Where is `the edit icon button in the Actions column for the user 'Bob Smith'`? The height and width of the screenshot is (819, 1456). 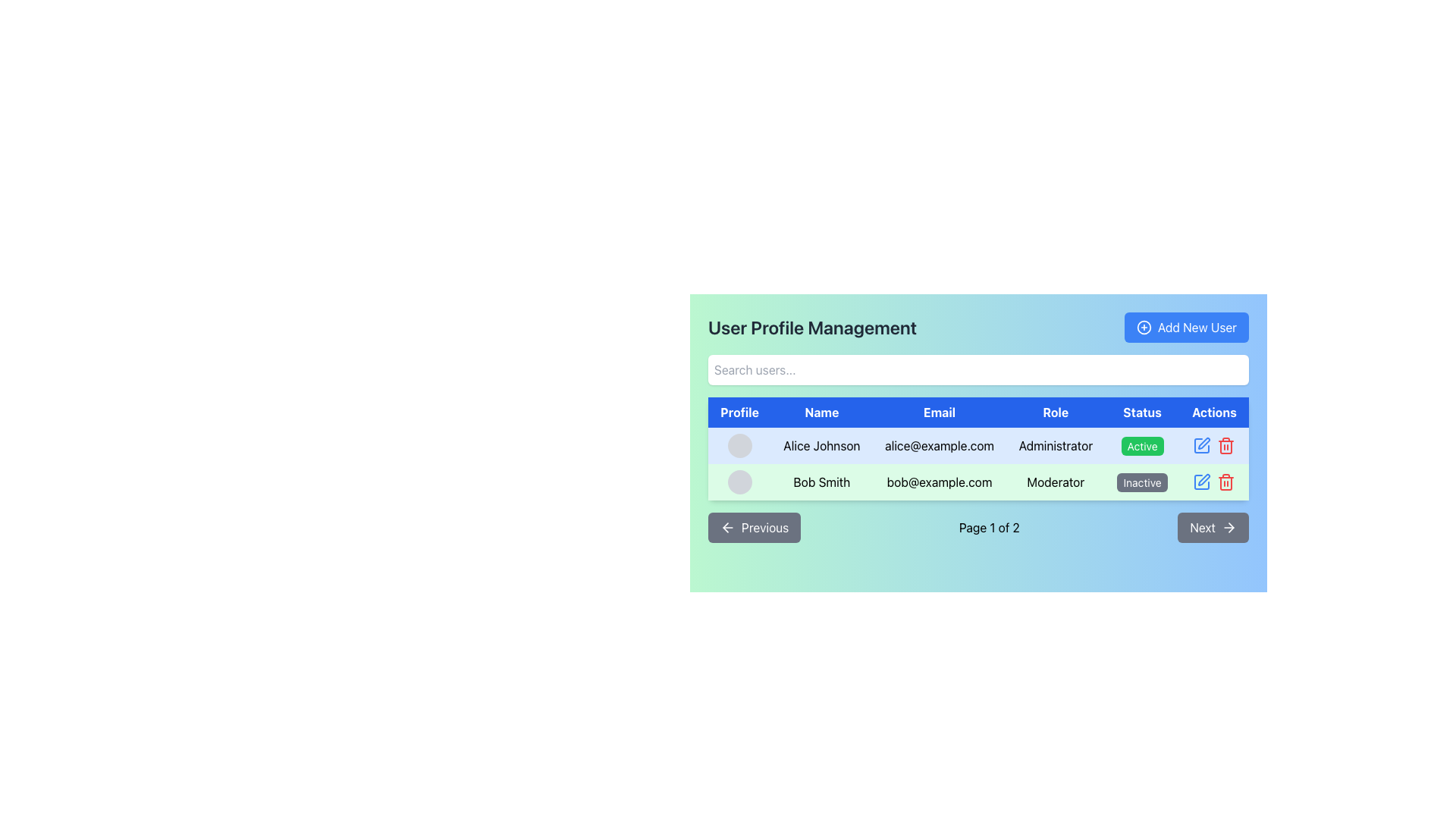 the edit icon button in the Actions column for the user 'Bob Smith' is located at coordinates (1203, 479).